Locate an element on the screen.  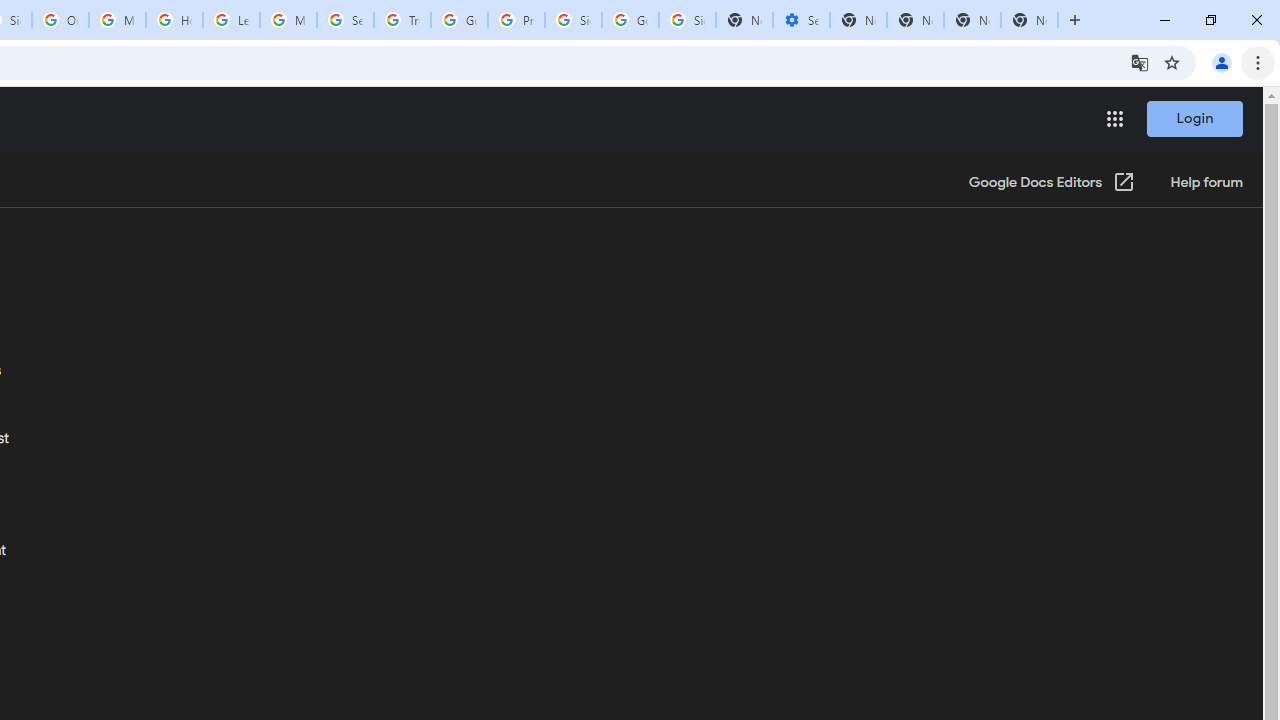
'Translate this page' is located at coordinates (1139, 61).